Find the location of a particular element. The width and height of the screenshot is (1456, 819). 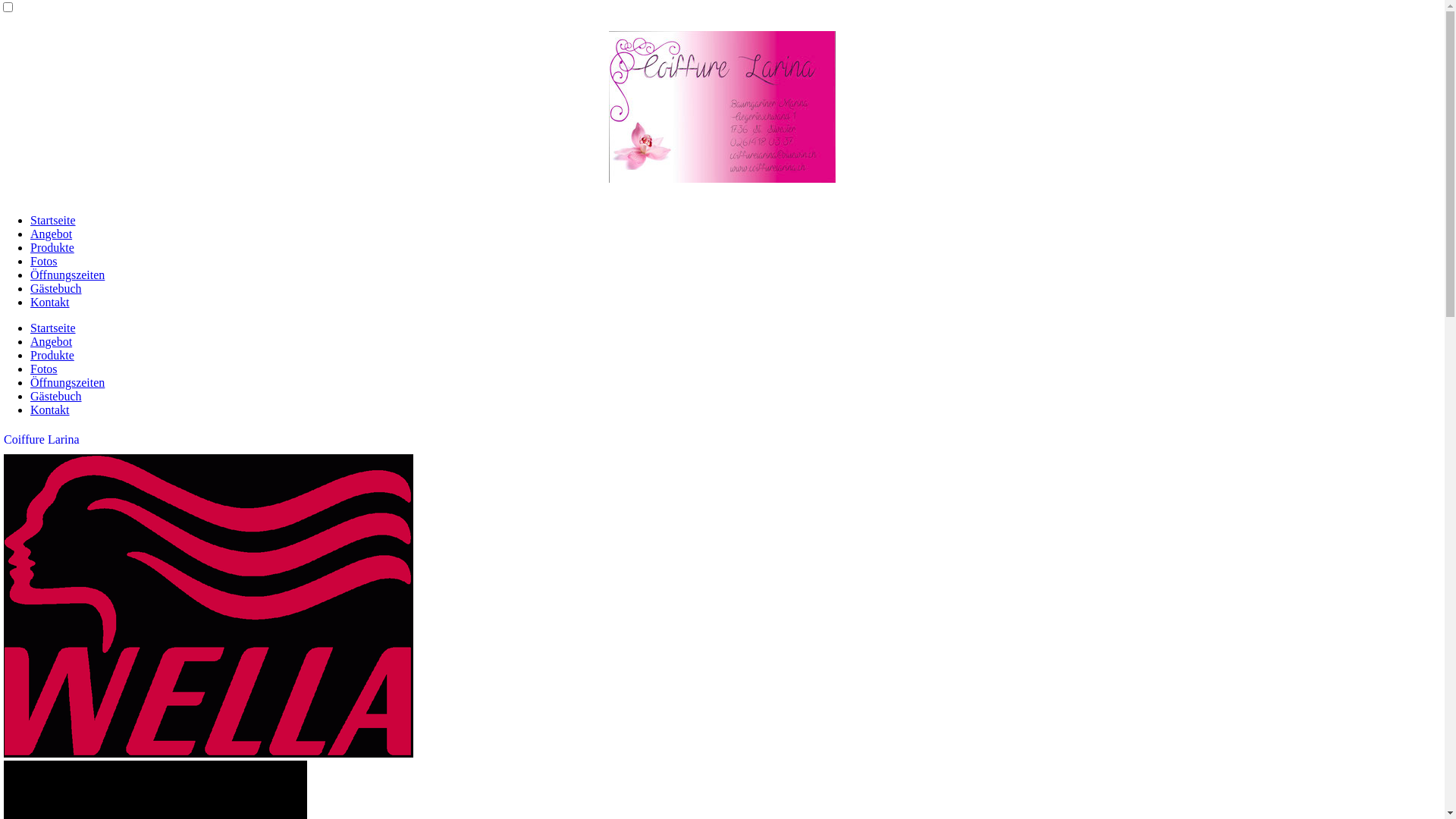

'Produkte' is located at coordinates (30, 355).